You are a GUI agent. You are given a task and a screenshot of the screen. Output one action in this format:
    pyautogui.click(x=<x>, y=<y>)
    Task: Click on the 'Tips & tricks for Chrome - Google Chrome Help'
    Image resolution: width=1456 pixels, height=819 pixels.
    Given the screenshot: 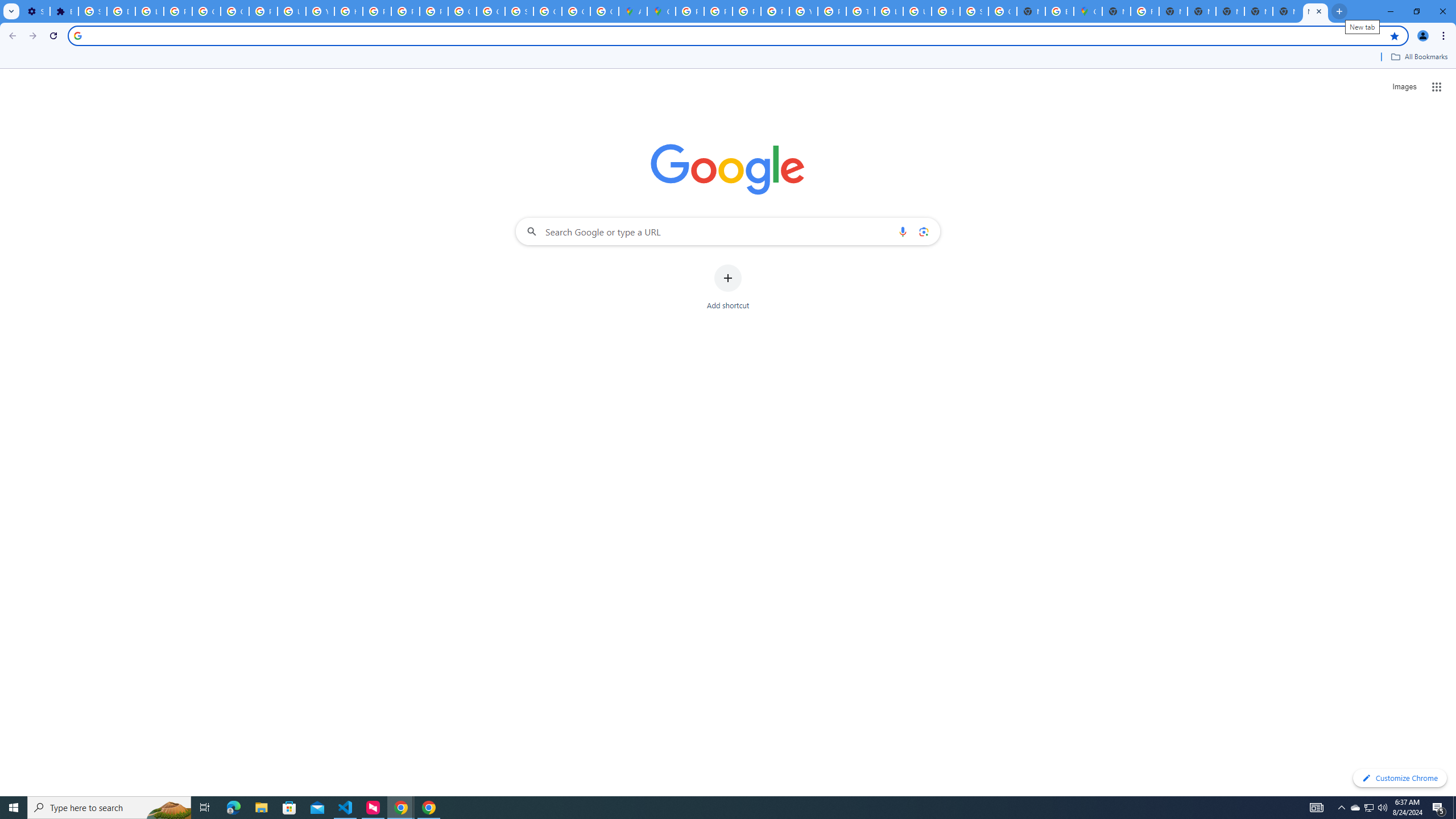 What is the action you would take?
    pyautogui.click(x=860, y=11)
    